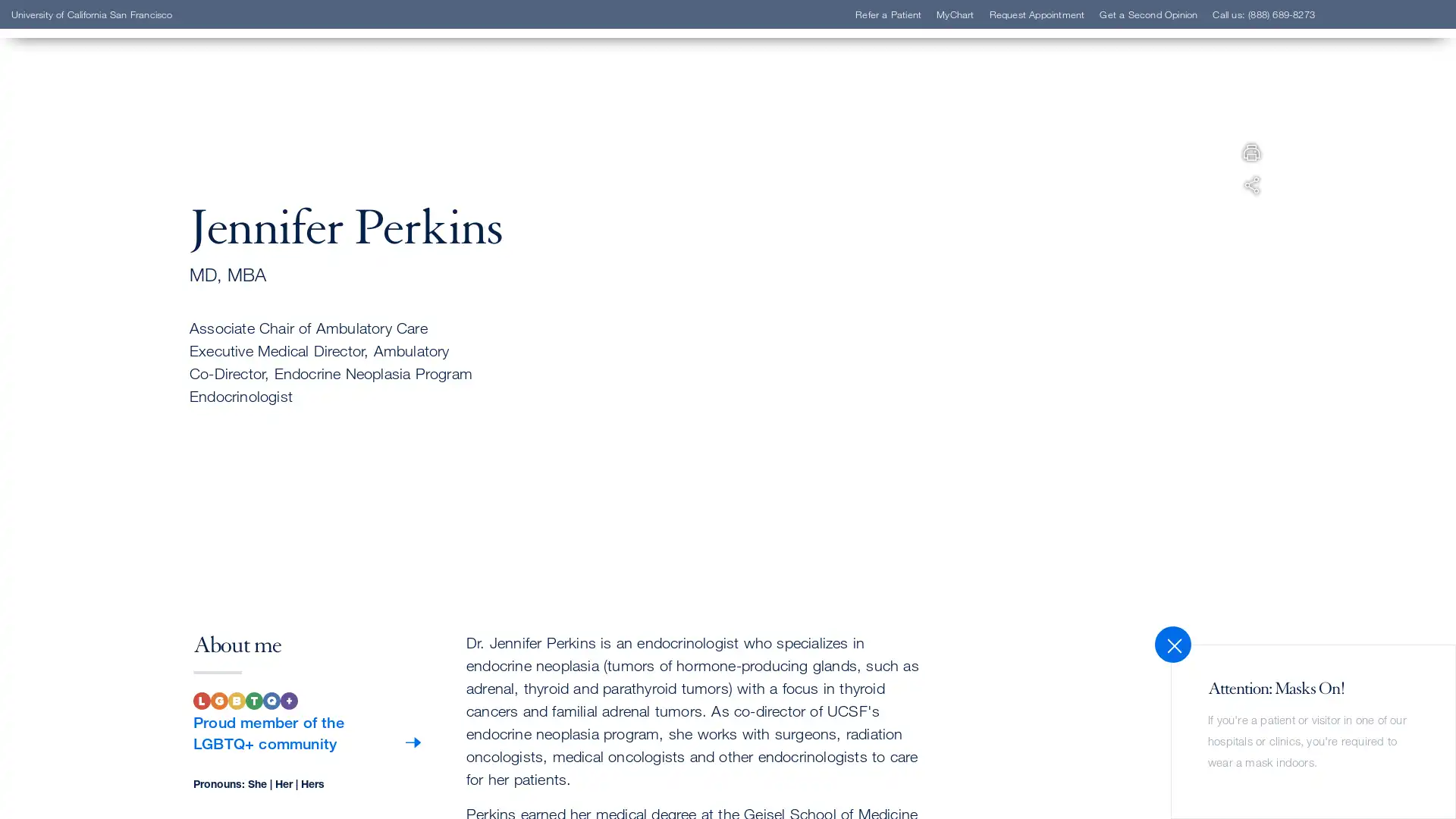  I want to click on Refer a Patient, so click(108, 245).